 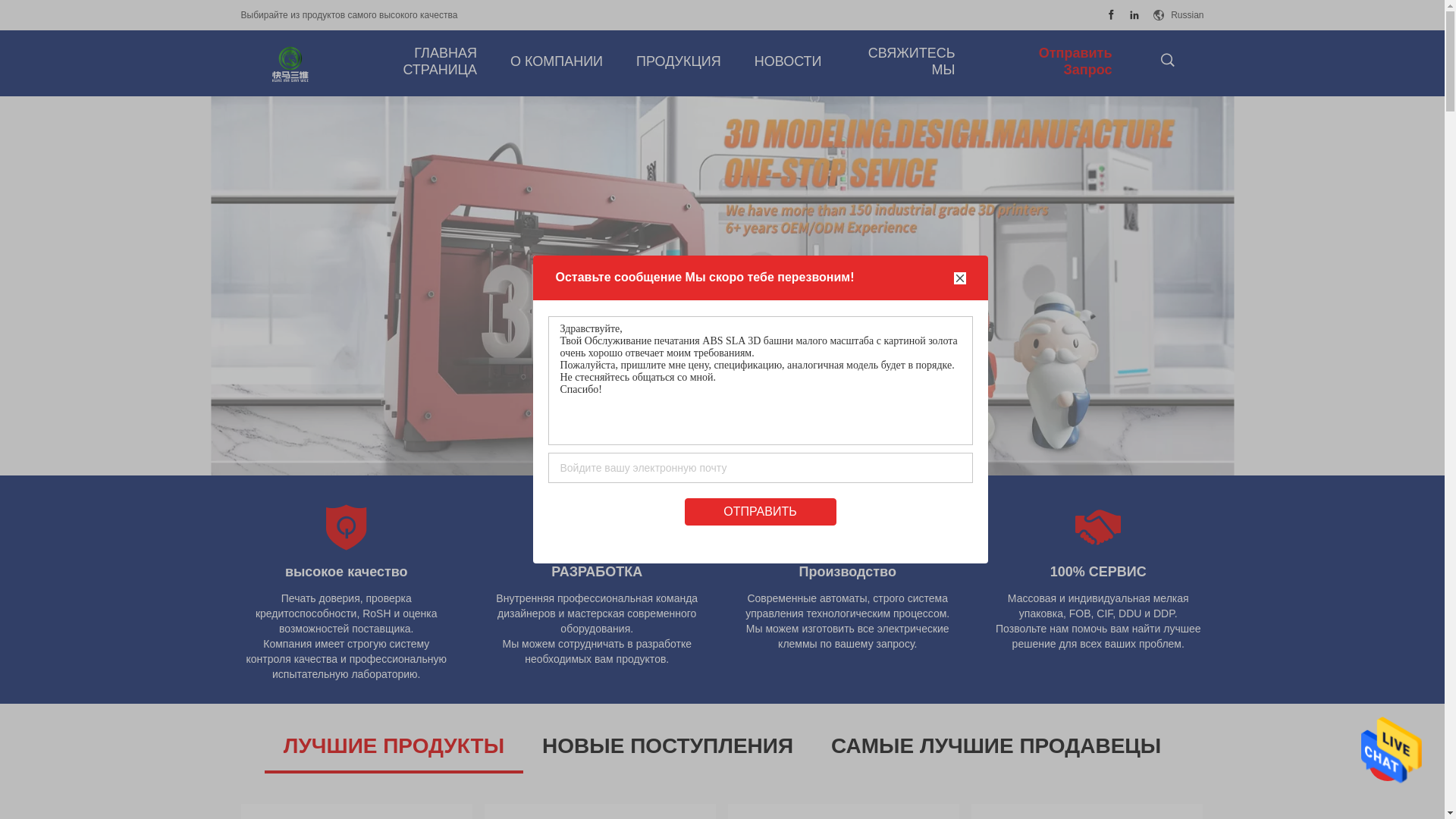 I want to click on 'Guangdong Kuaima Sanwei Technology Co., Ltd. LinkedIn', so click(x=1134, y=14).